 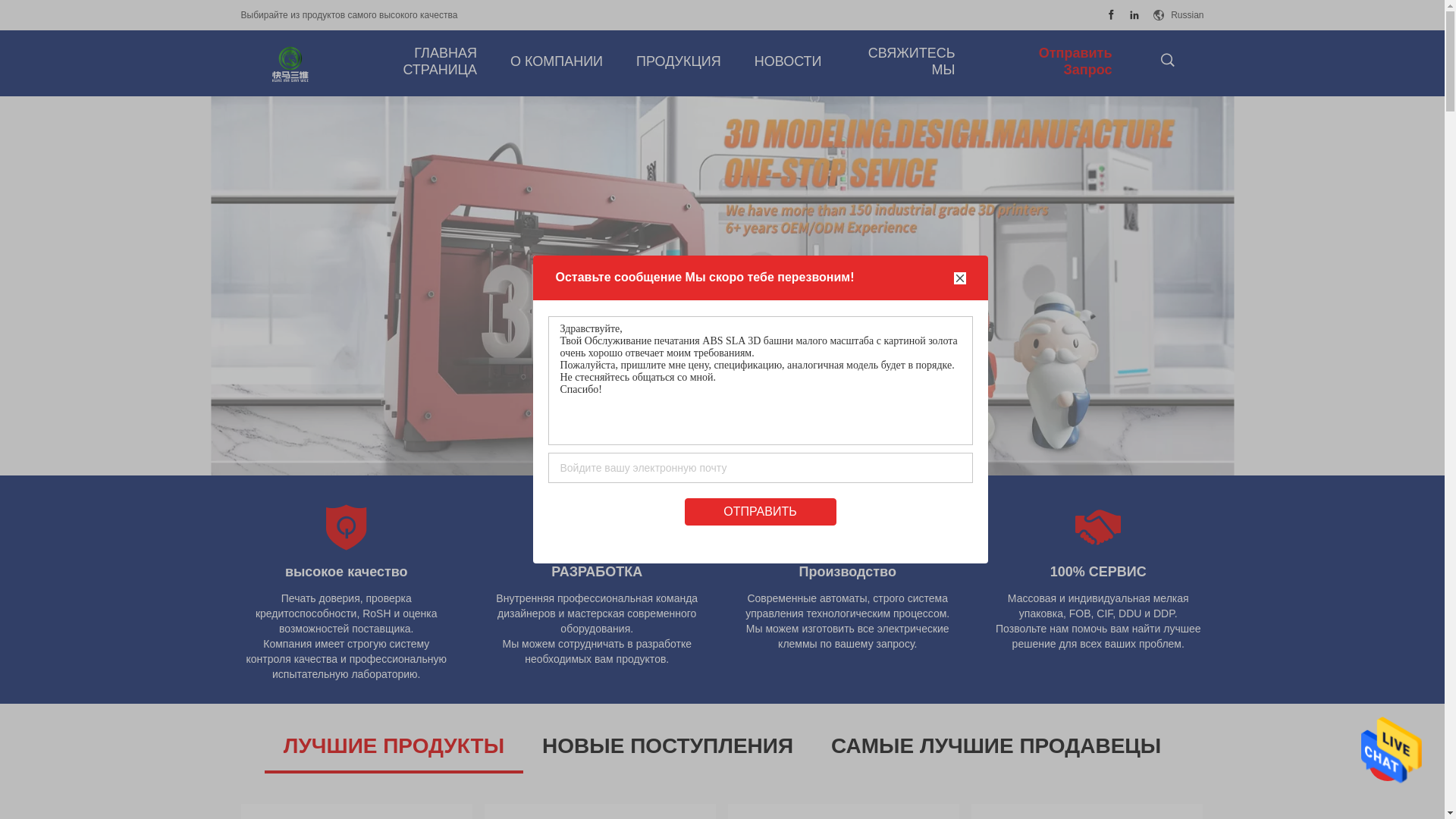 I want to click on 'Guangdong Kuaima Sanwei Technology Co., Ltd. LinkedIn', so click(x=1134, y=14).